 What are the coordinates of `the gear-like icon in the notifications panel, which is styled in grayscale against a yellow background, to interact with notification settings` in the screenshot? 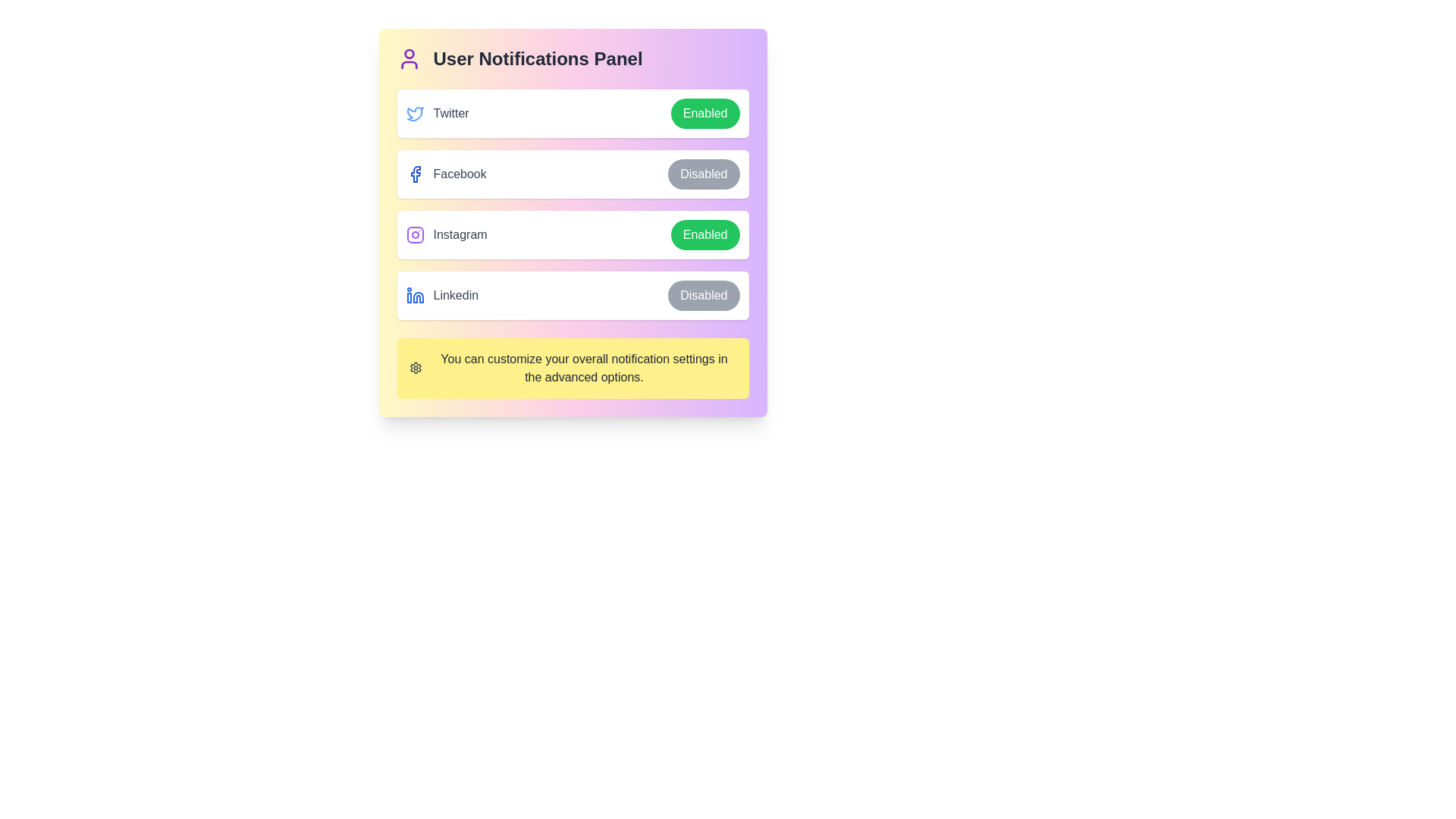 It's located at (415, 369).